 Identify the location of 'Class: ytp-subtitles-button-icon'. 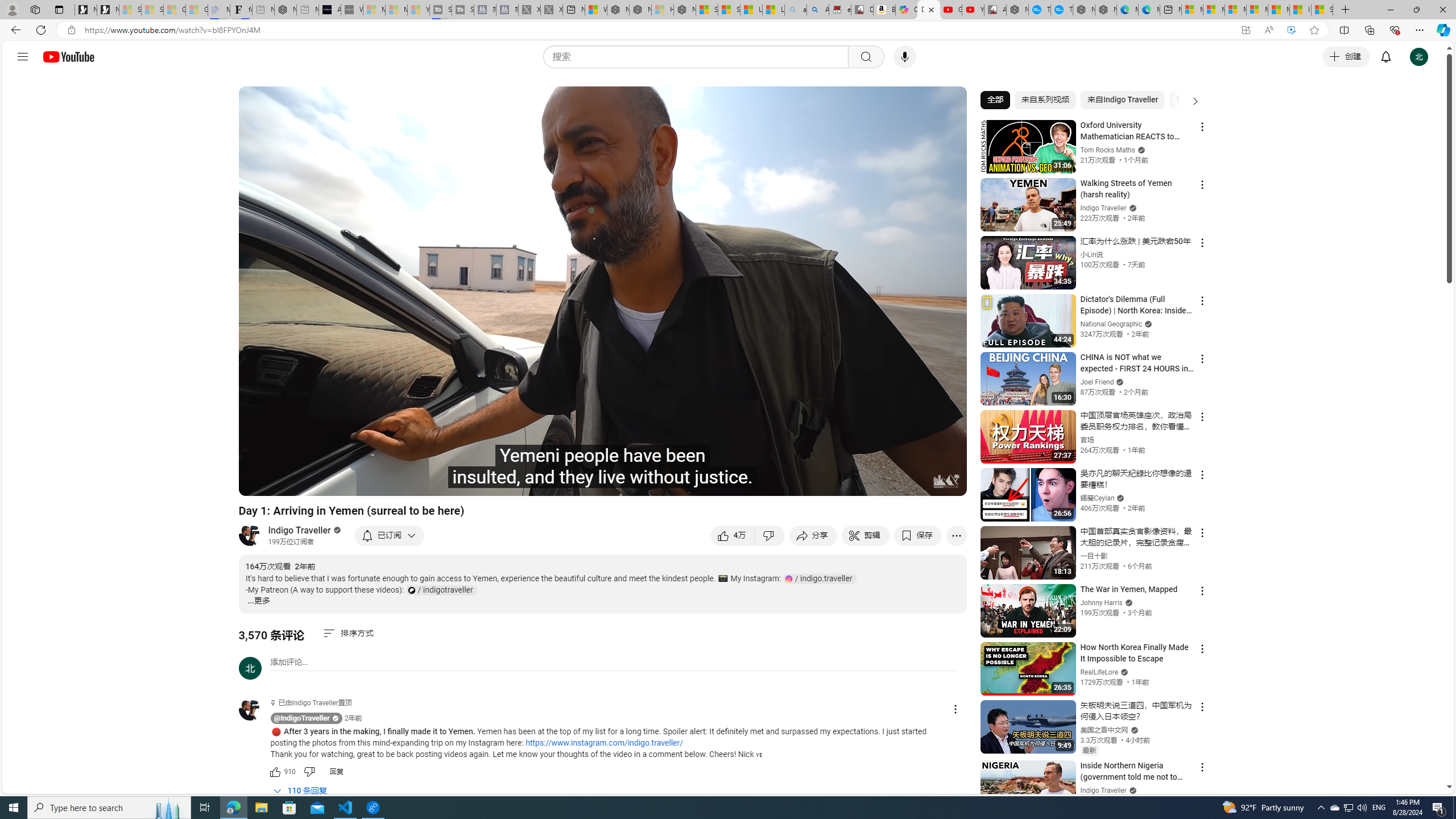
(837, 482).